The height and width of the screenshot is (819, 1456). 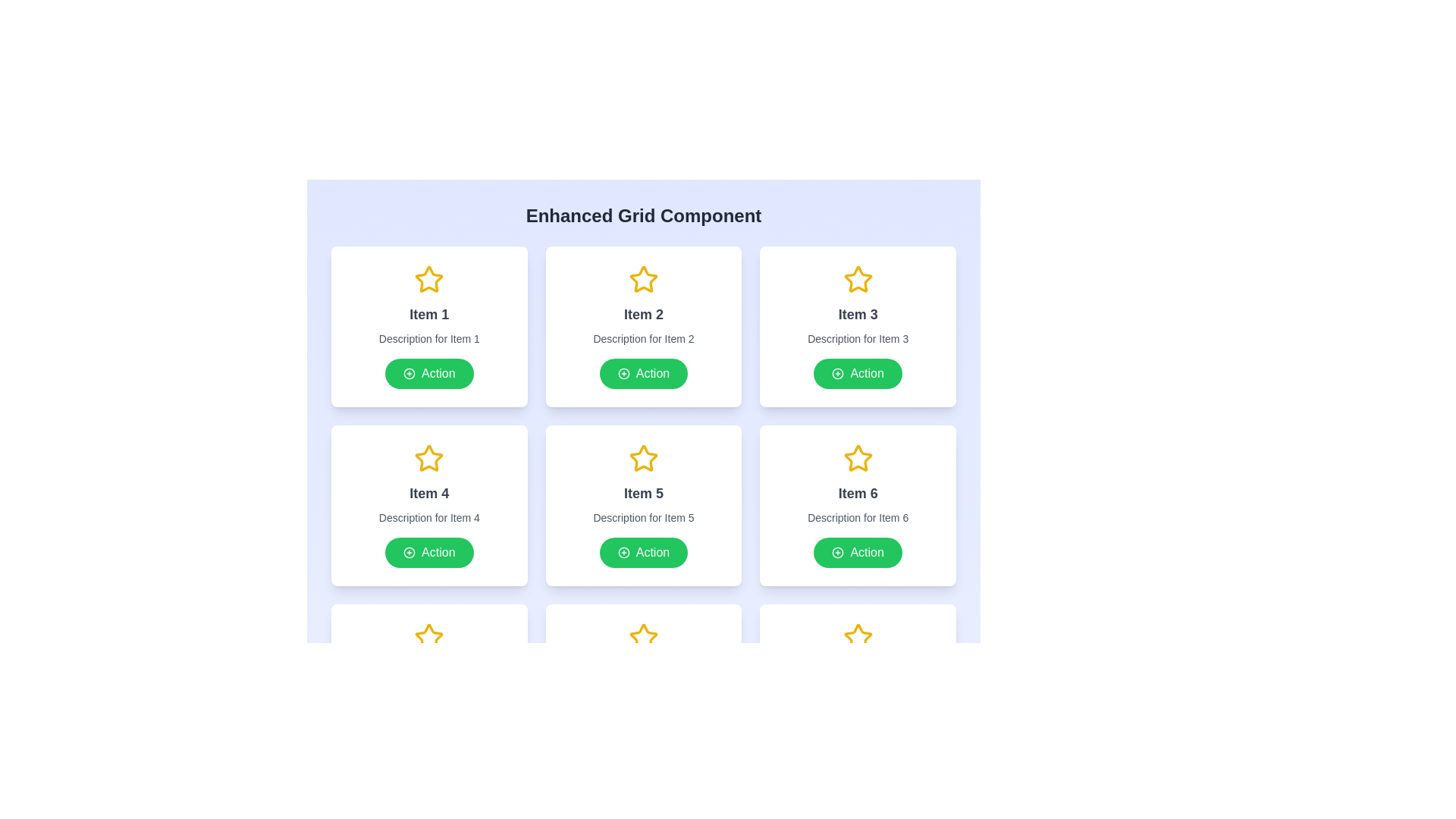 I want to click on text displayed in the Text Label element showing 'Item 1', which is located in the first box of a three-column grid layout, below a star icon and above the description text and 'Action' button, so click(x=428, y=314).